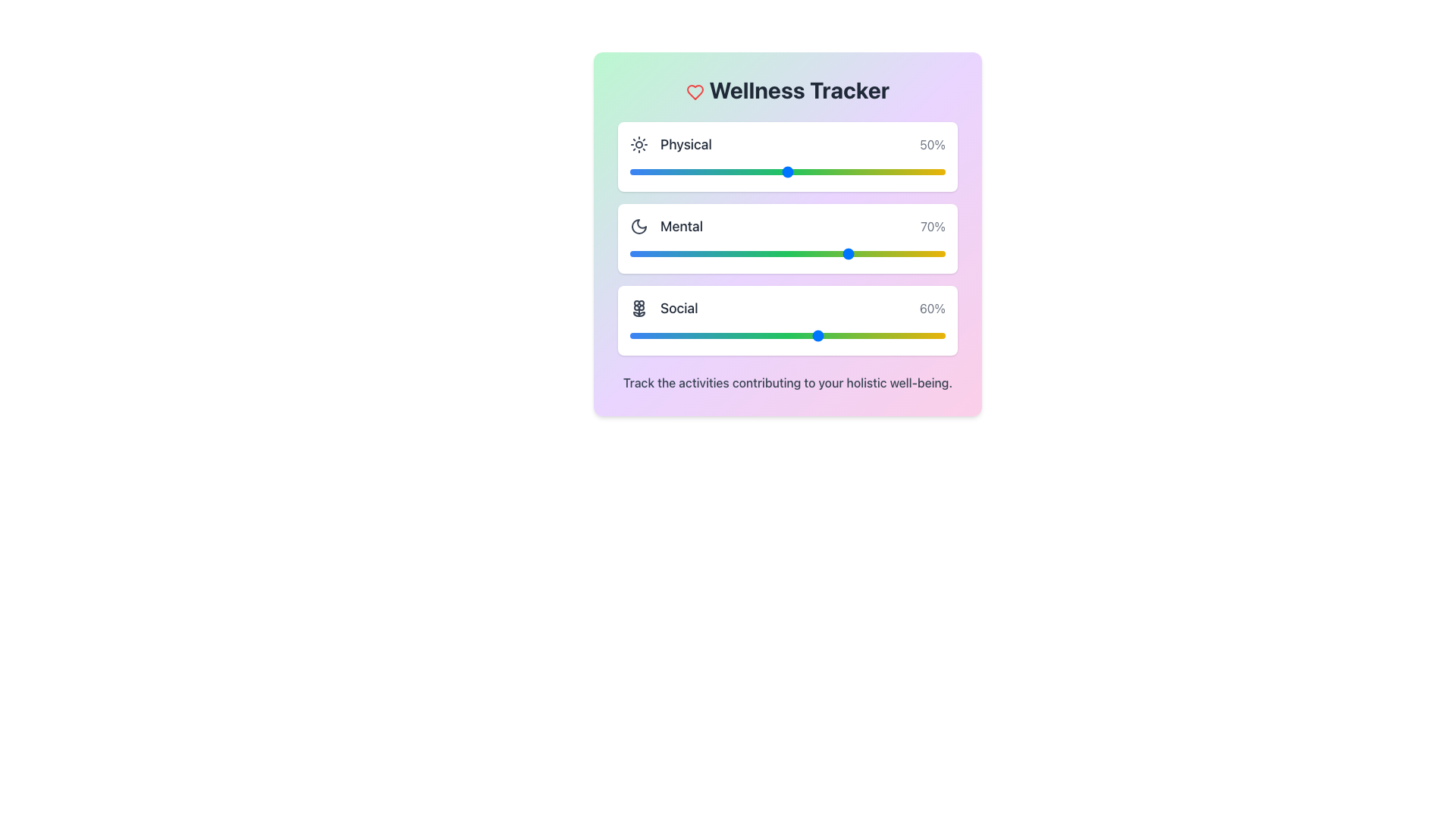 The width and height of the screenshot is (1456, 819). I want to click on the slider (range input) located below the text 'Mental' and the percentage value '70%', so click(787, 253).